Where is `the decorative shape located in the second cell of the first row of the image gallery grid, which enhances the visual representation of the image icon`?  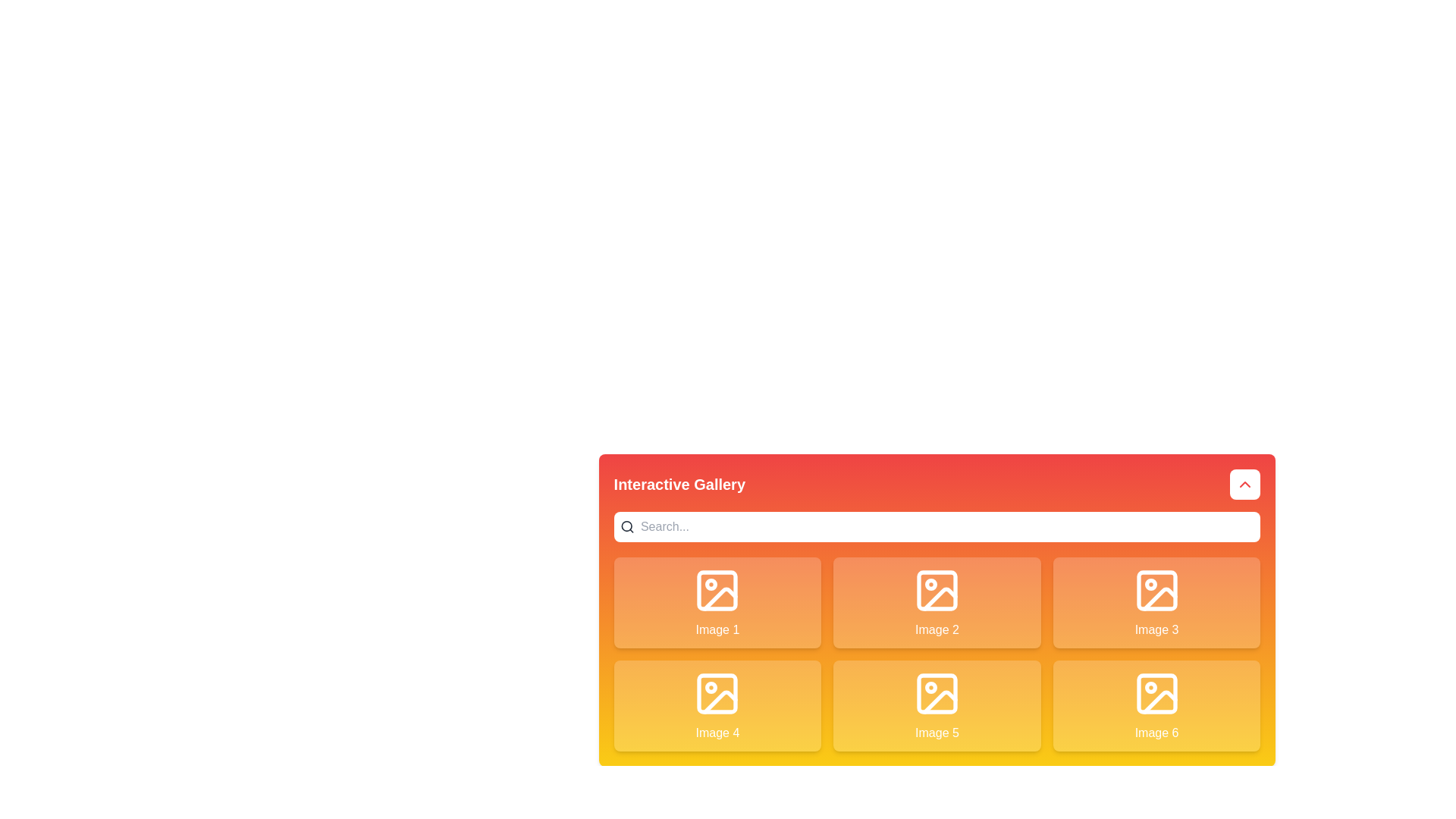
the decorative shape located in the second cell of the first row of the image gallery grid, which enhances the visual representation of the image icon is located at coordinates (936, 590).